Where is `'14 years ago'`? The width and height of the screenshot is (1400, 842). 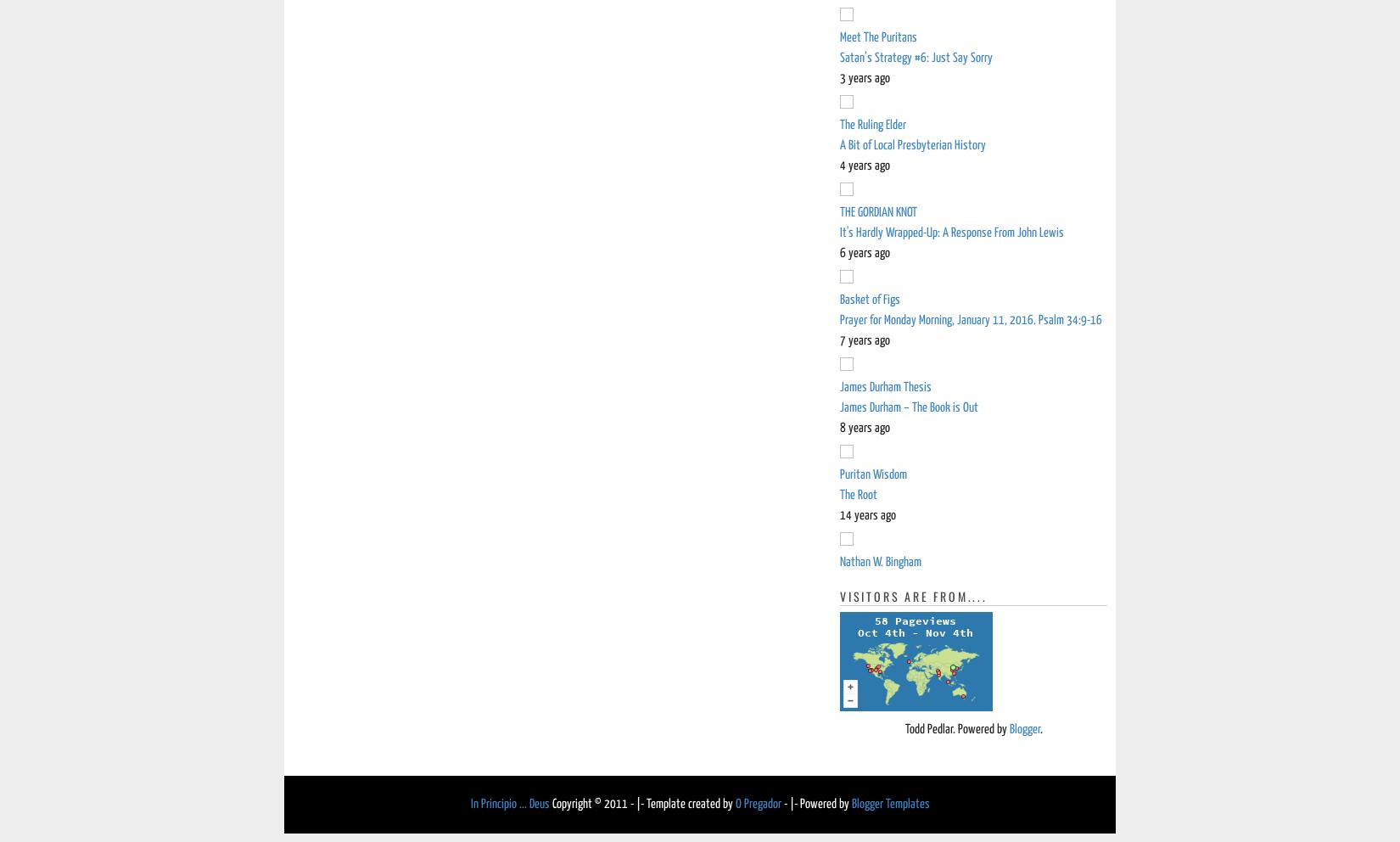 '14 years ago' is located at coordinates (868, 514).